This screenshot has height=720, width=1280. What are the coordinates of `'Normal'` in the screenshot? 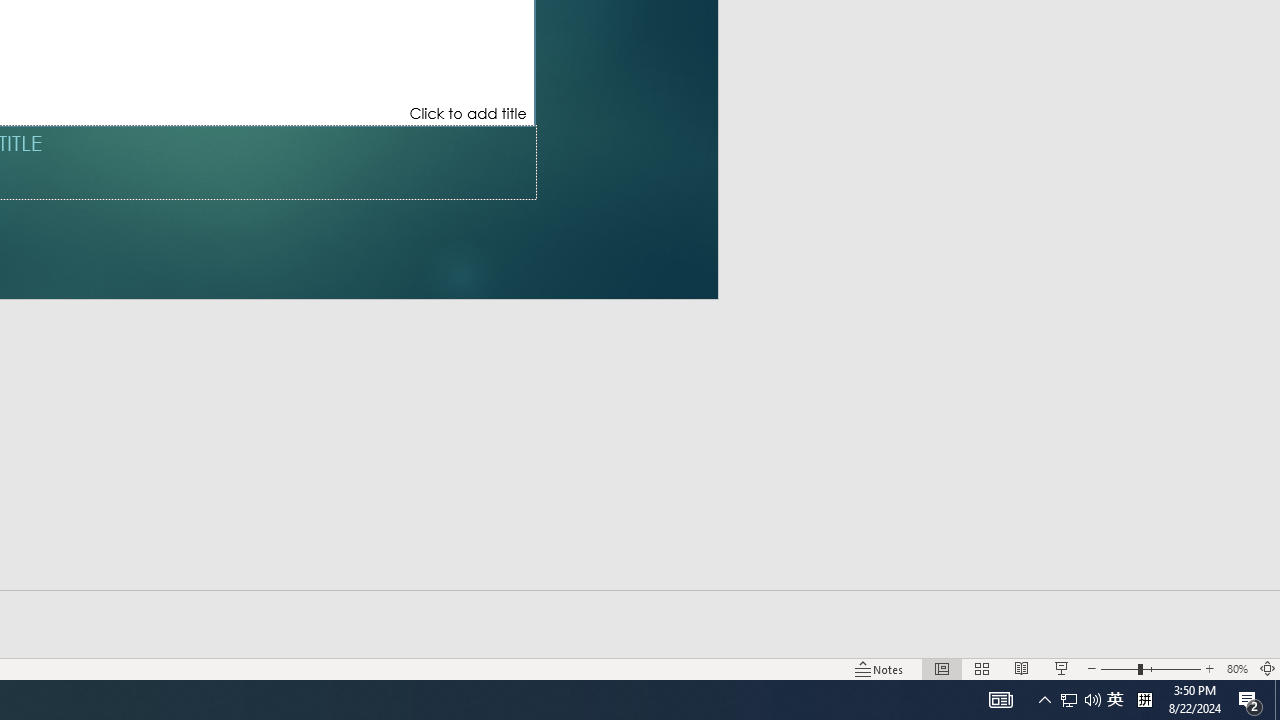 It's located at (941, 669).